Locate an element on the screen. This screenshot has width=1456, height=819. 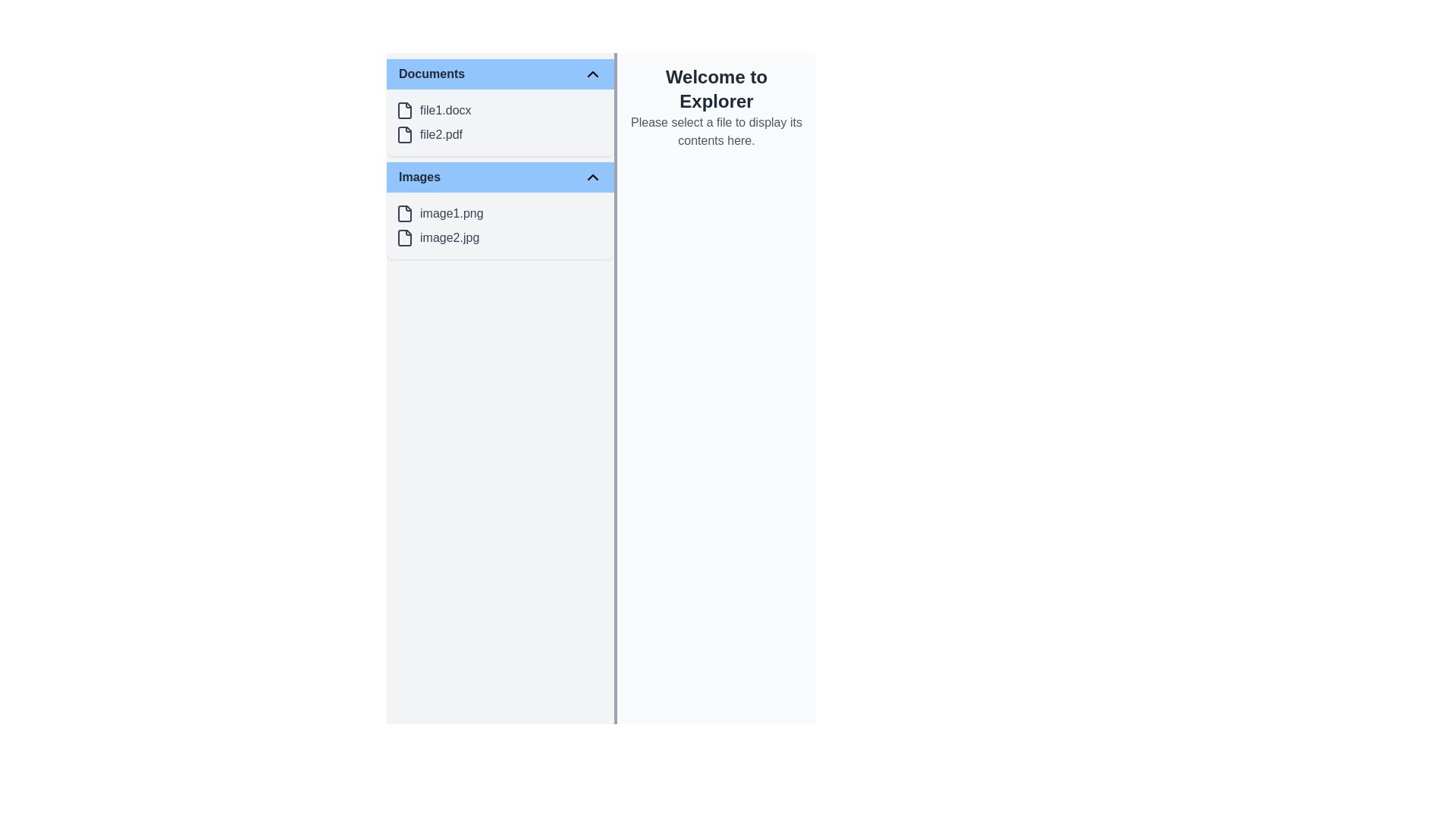
the upward-pointing chevron toggle icon located in the rightmost part of the blue header labeled 'Documents' is located at coordinates (592, 74).